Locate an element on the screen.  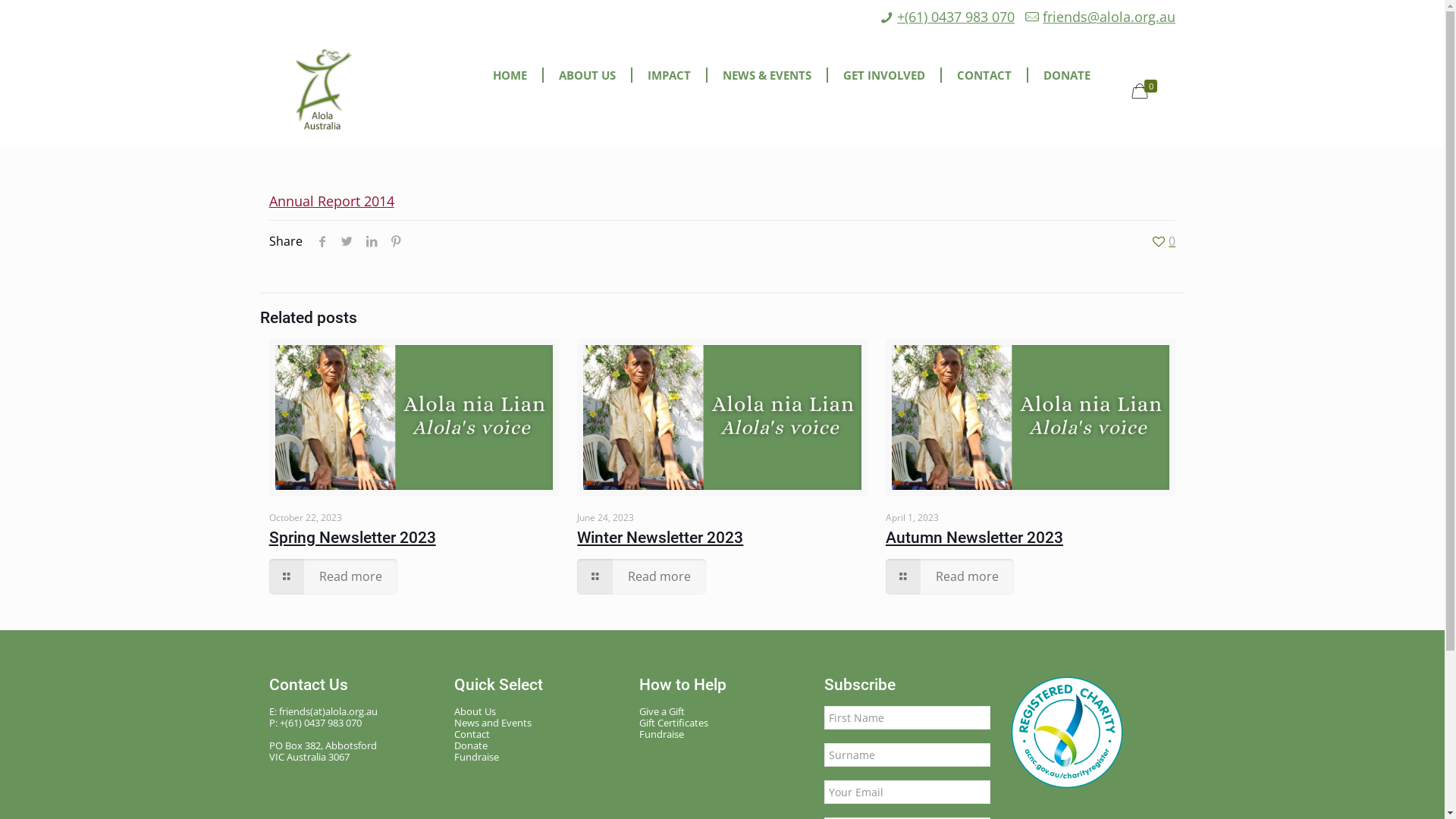
'Fundraise' is located at coordinates (538, 757).